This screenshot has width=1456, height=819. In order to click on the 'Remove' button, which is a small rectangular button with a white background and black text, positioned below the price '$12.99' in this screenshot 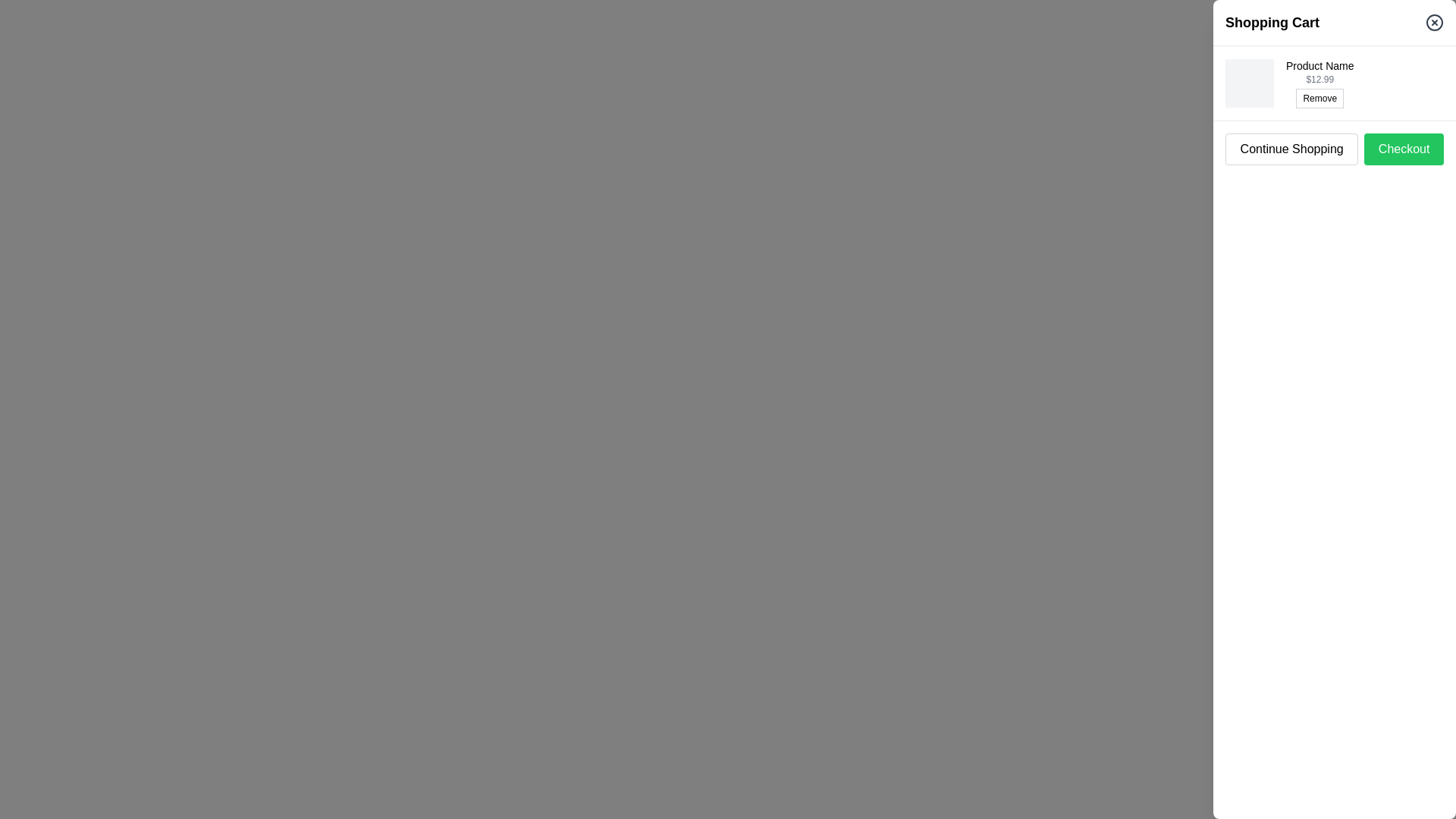, I will do `click(1319, 99)`.